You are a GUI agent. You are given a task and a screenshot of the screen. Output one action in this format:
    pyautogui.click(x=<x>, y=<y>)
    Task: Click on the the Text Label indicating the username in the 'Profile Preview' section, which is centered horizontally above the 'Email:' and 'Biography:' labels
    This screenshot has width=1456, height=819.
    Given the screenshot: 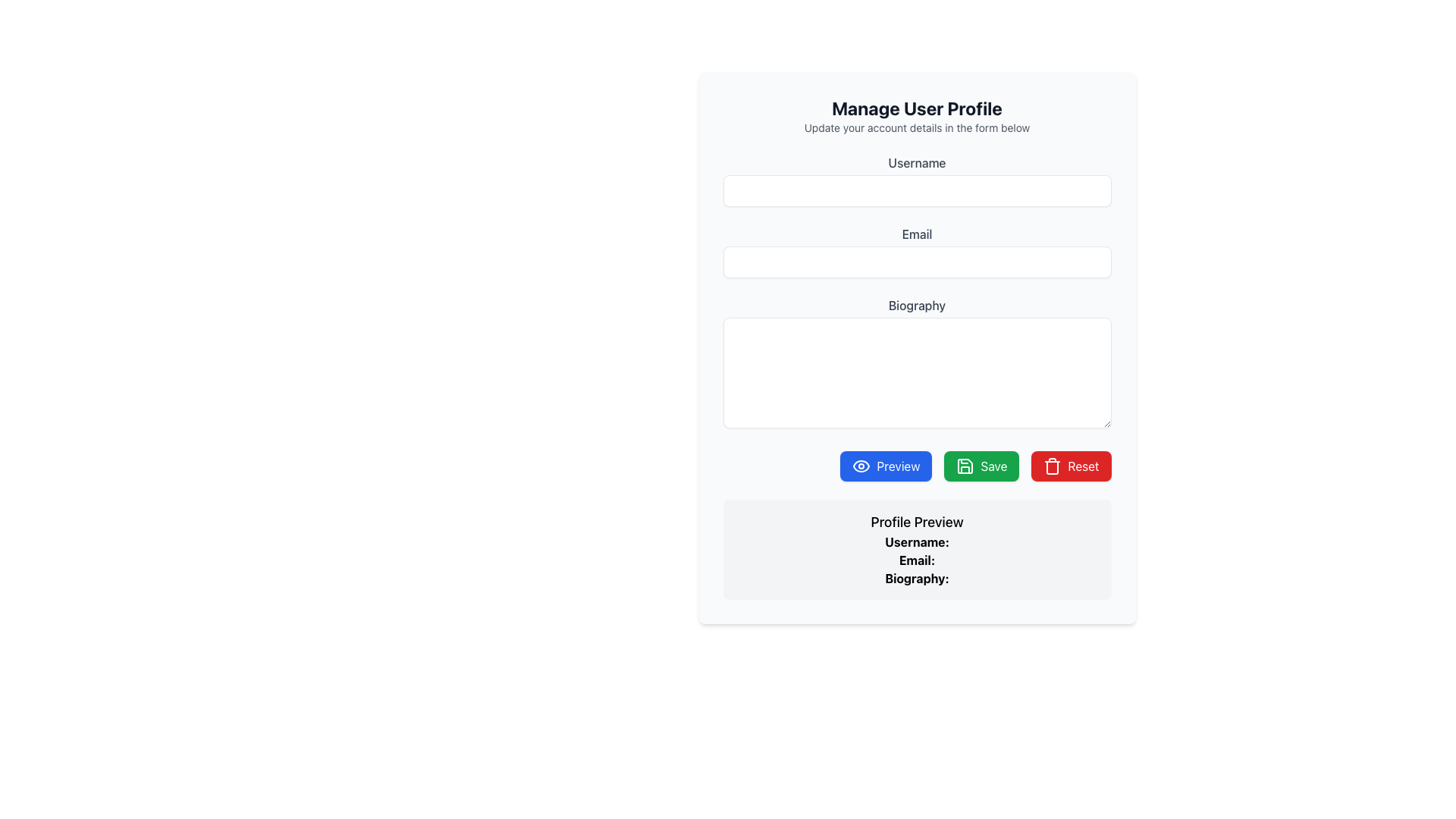 What is the action you would take?
    pyautogui.click(x=916, y=541)
    